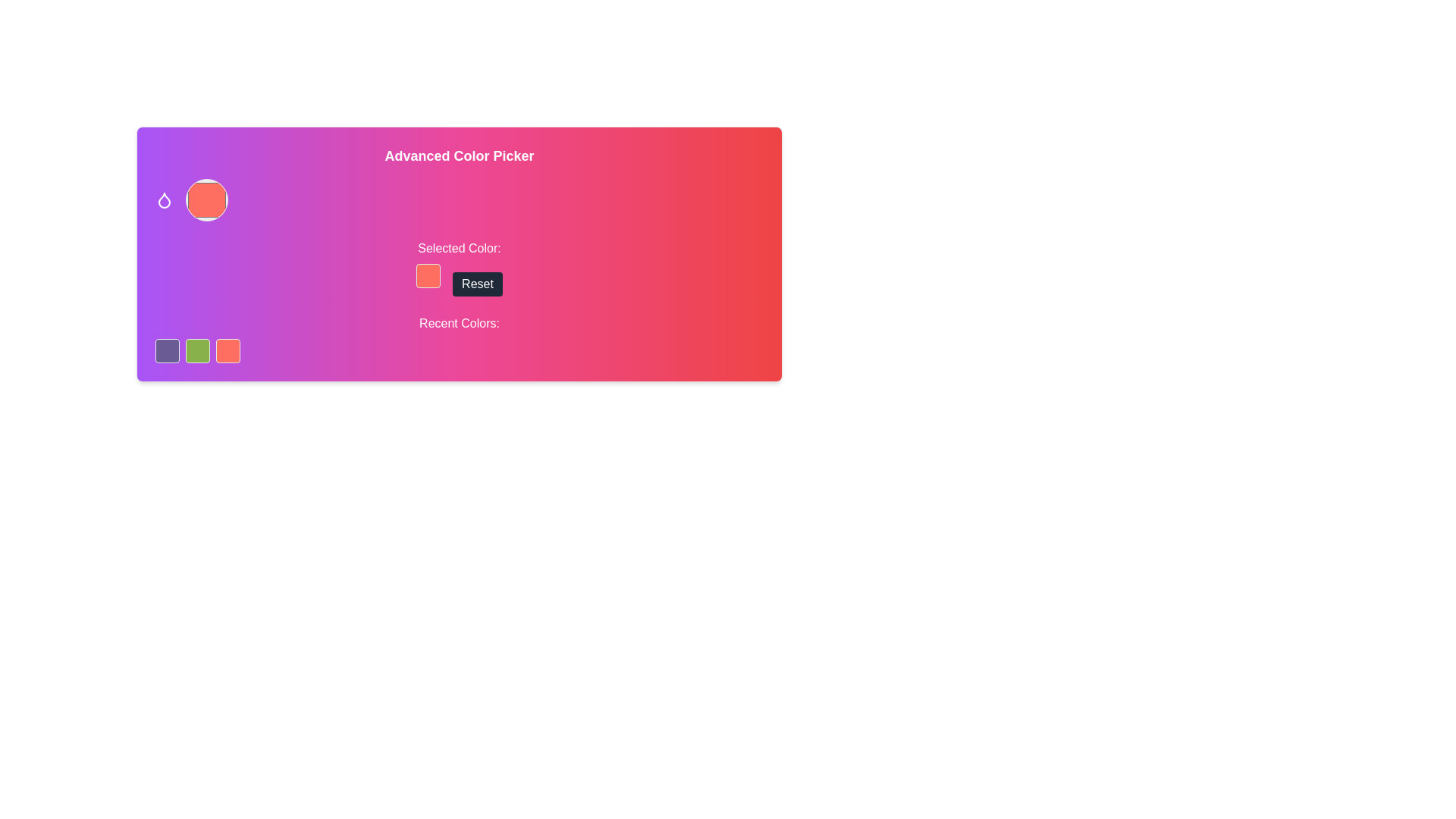  Describe the element at coordinates (458, 267) in the screenshot. I see `style attributes of the 'Reset' button in the Color display section of the 'Advanced Color Picker', which is styled with a dark gray background and has the text 'Reset' centered in white` at that location.